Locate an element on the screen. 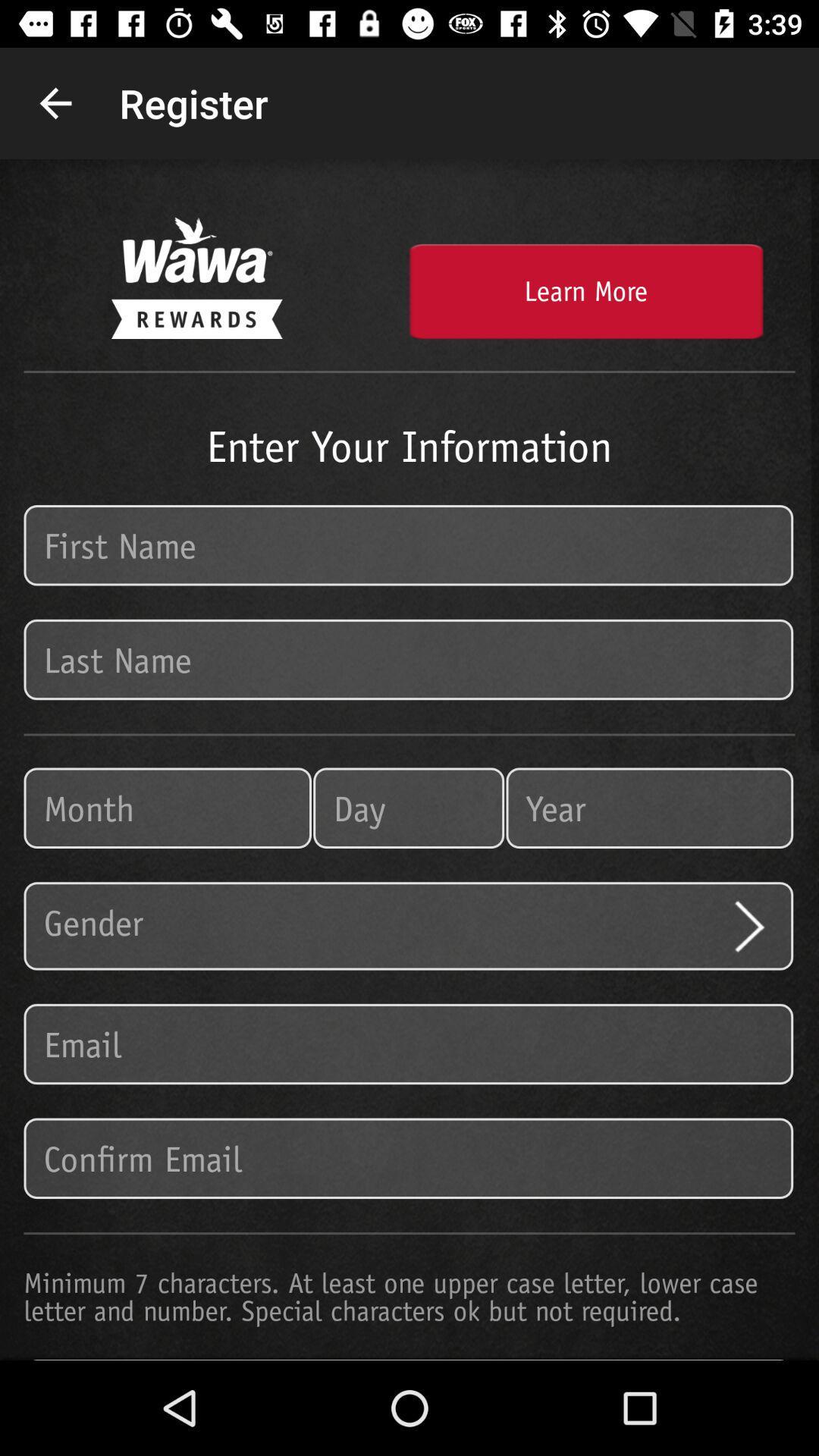  item at the top right corner is located at coordinates (585, 291).